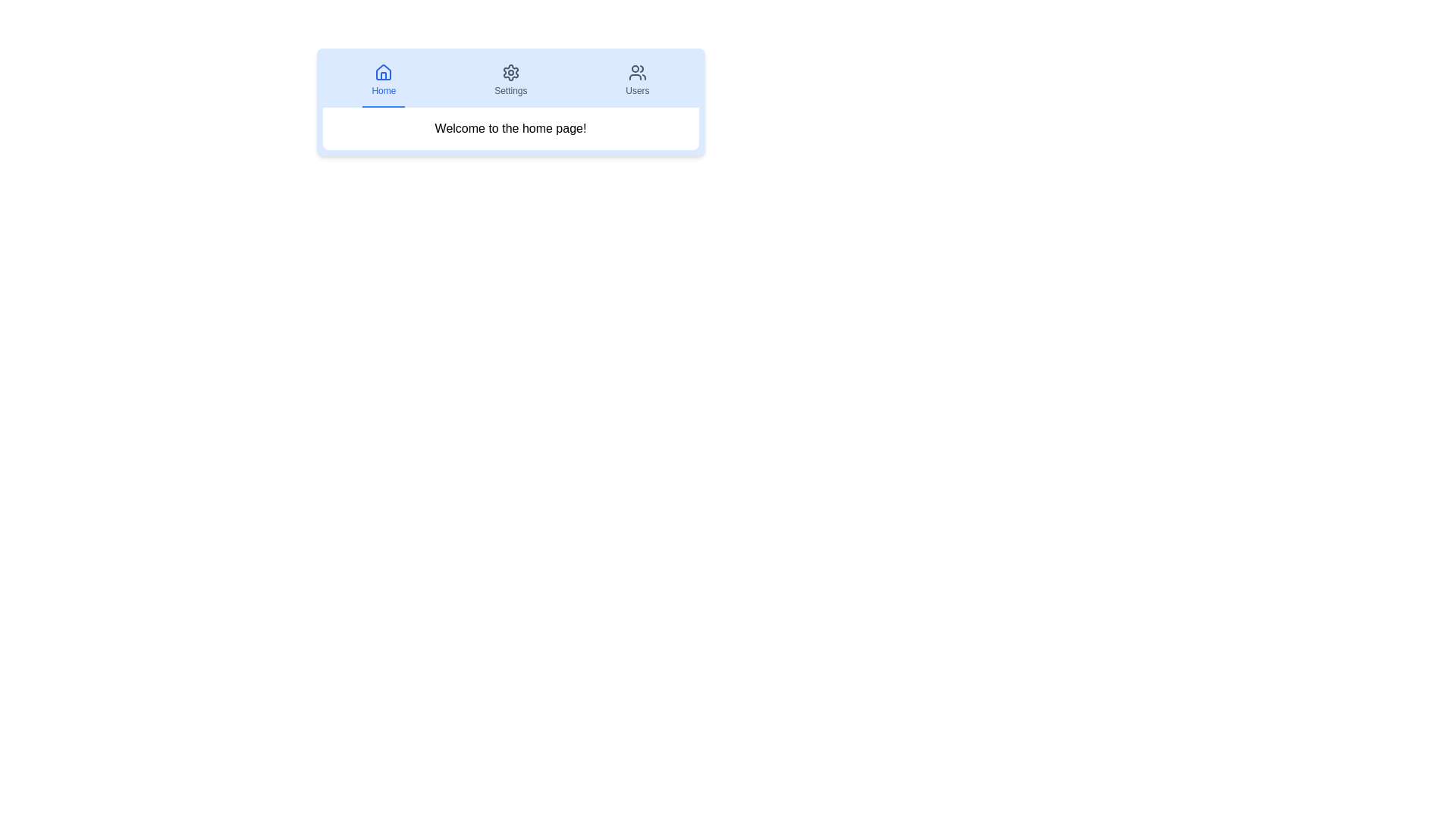 This screenshot has width=1456, height=819. What do you see at coordinates (637, 81) in the screenshot?
I see `the Users tab by clicking on it` at bounding box center [637, 81].